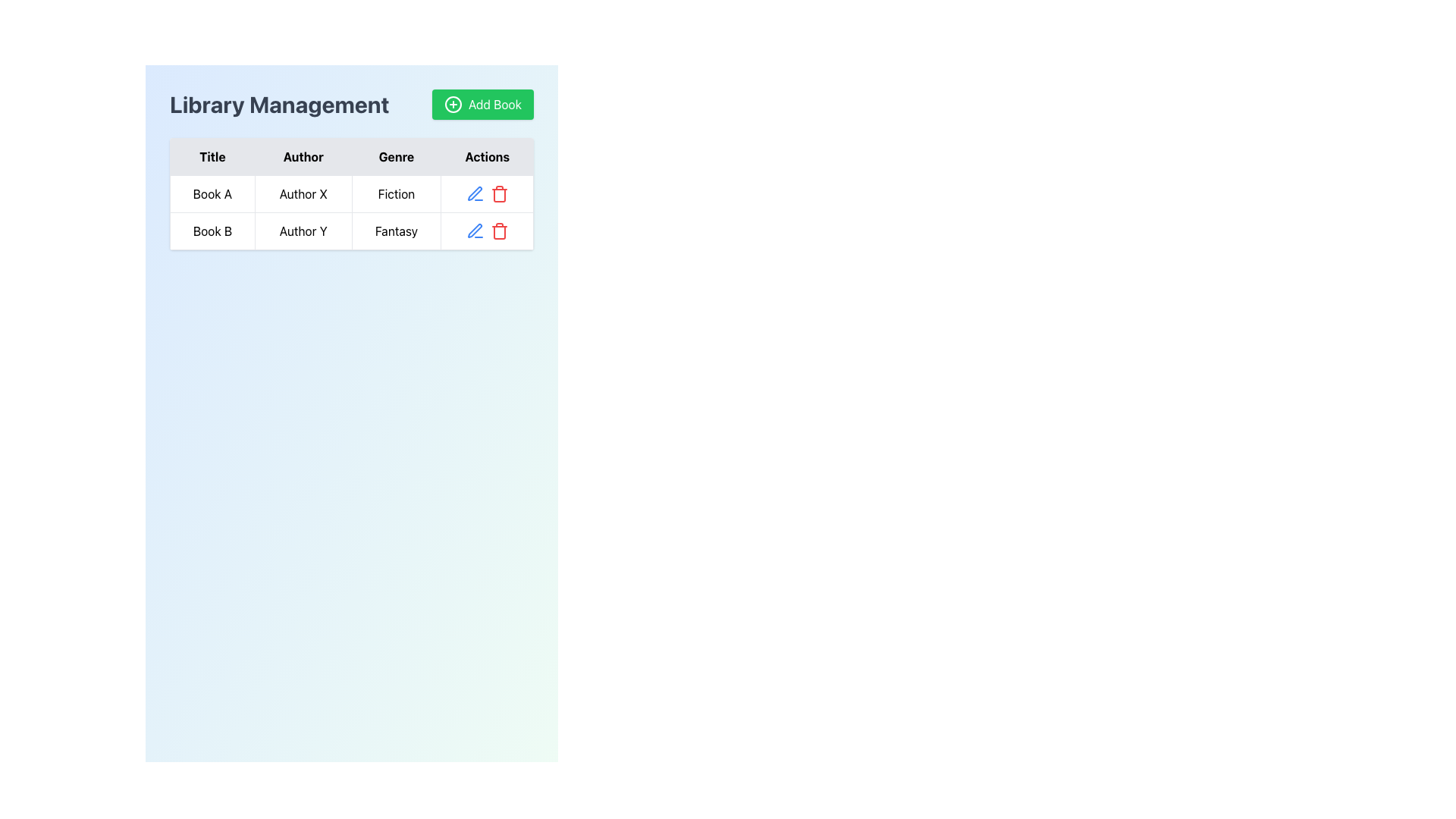 Image resolution: width=1456 pixels, height=819 pixels. What do you see at coordinates (212, 193) in the screenshot?
I see `the text label representing the title of a book in the first row of the table under the 'Title' column` at bounding box center [212, 193].